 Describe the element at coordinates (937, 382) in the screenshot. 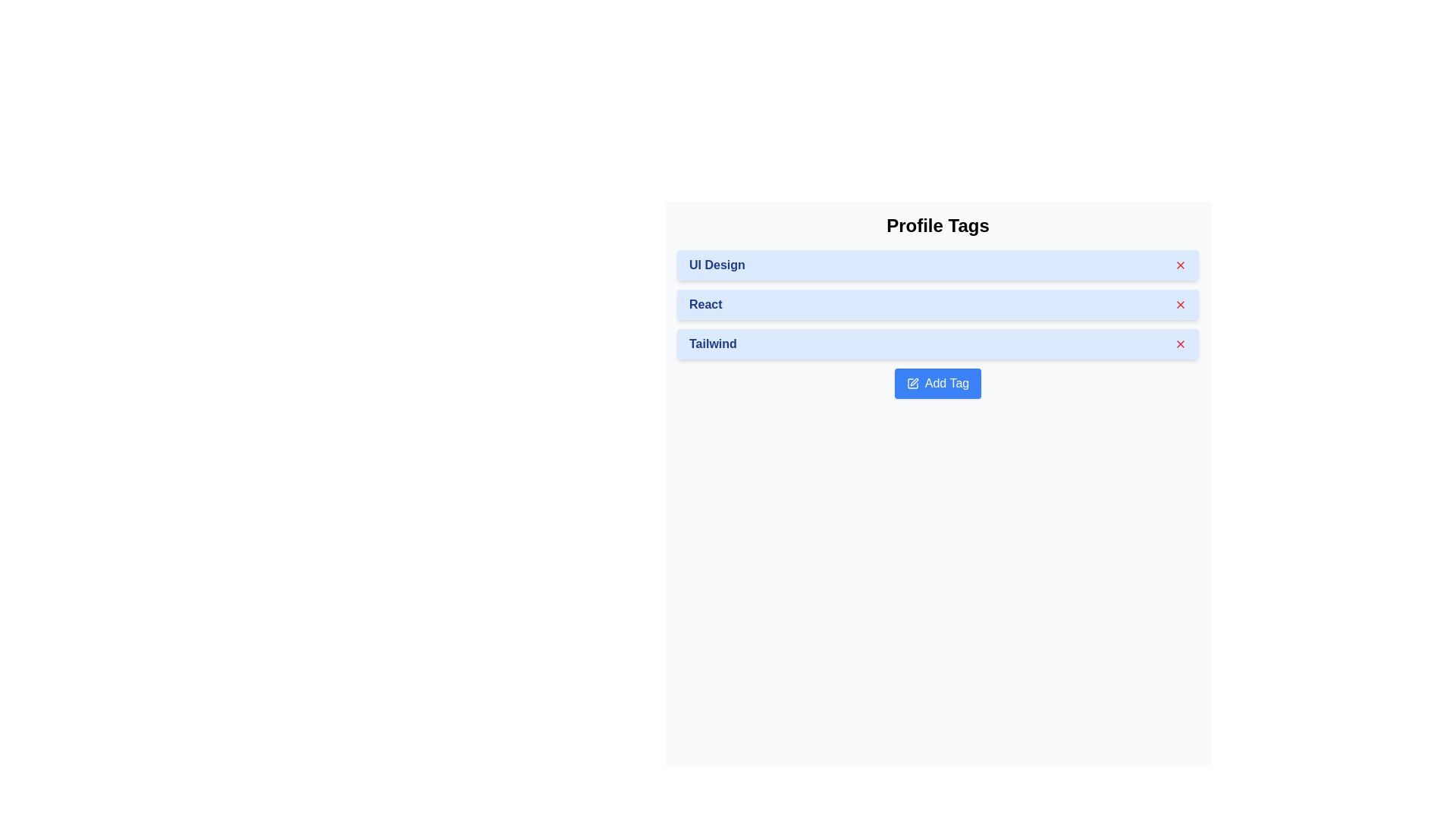

I see `the button that facilitates the addition of a new tag to the user's profile, located at the bottom of the list of tags including 'UI Design', 'React', and 'Tailwind'` at that location.